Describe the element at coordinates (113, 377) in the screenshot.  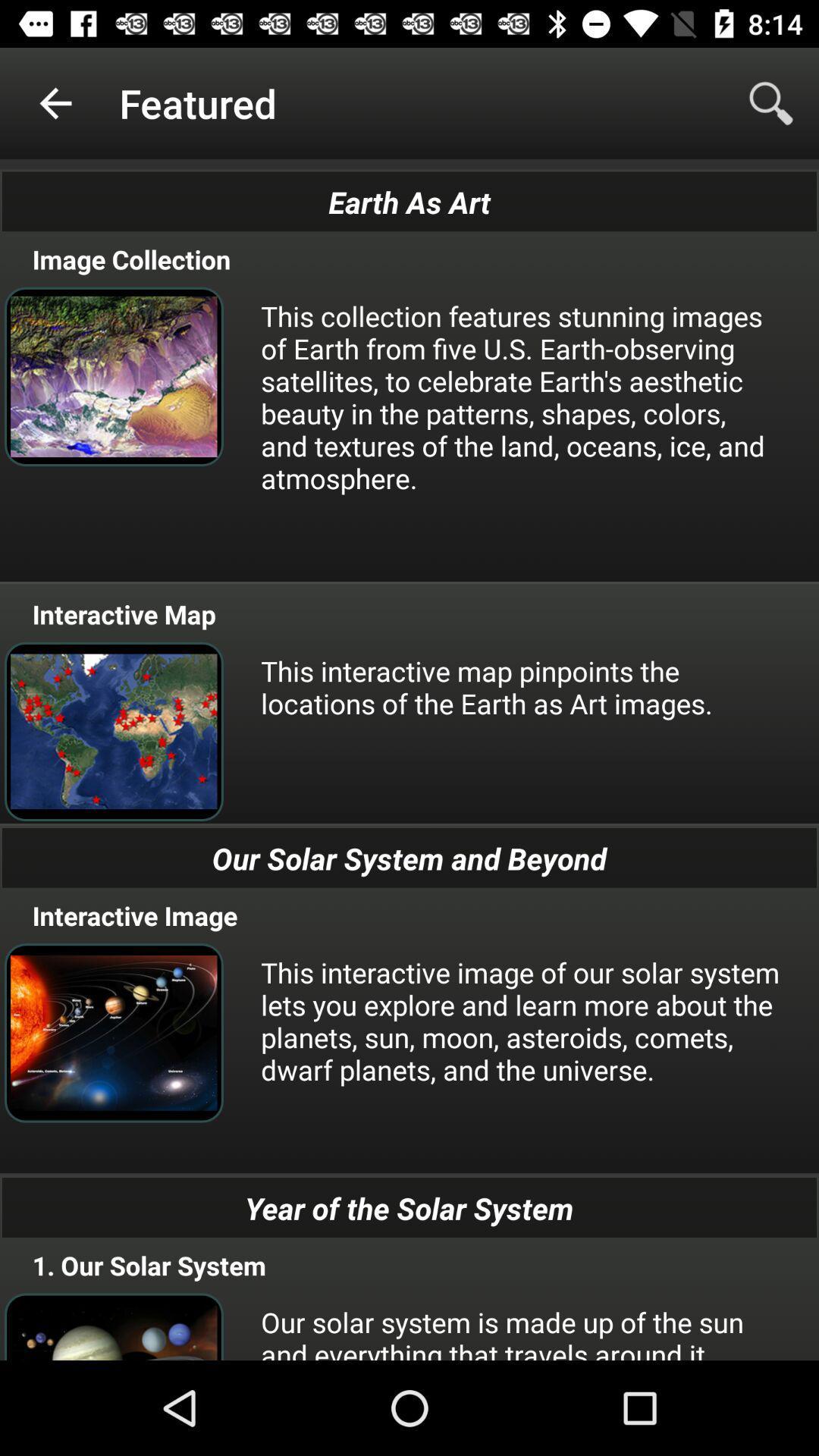
I see `the image which is below the image collection` at that location.